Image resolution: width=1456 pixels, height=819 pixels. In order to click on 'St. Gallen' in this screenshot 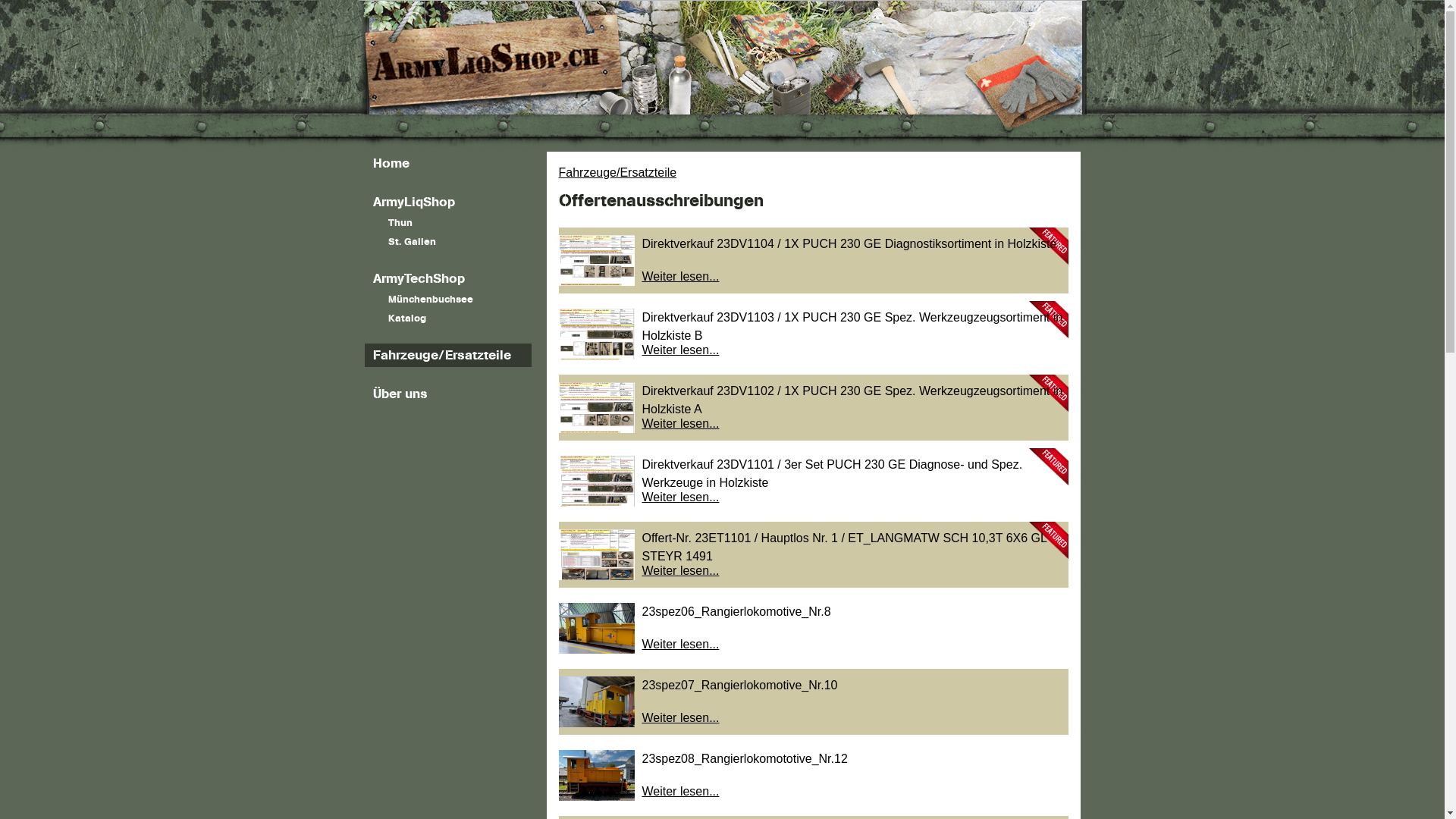, I will do `click(447, 241)`.